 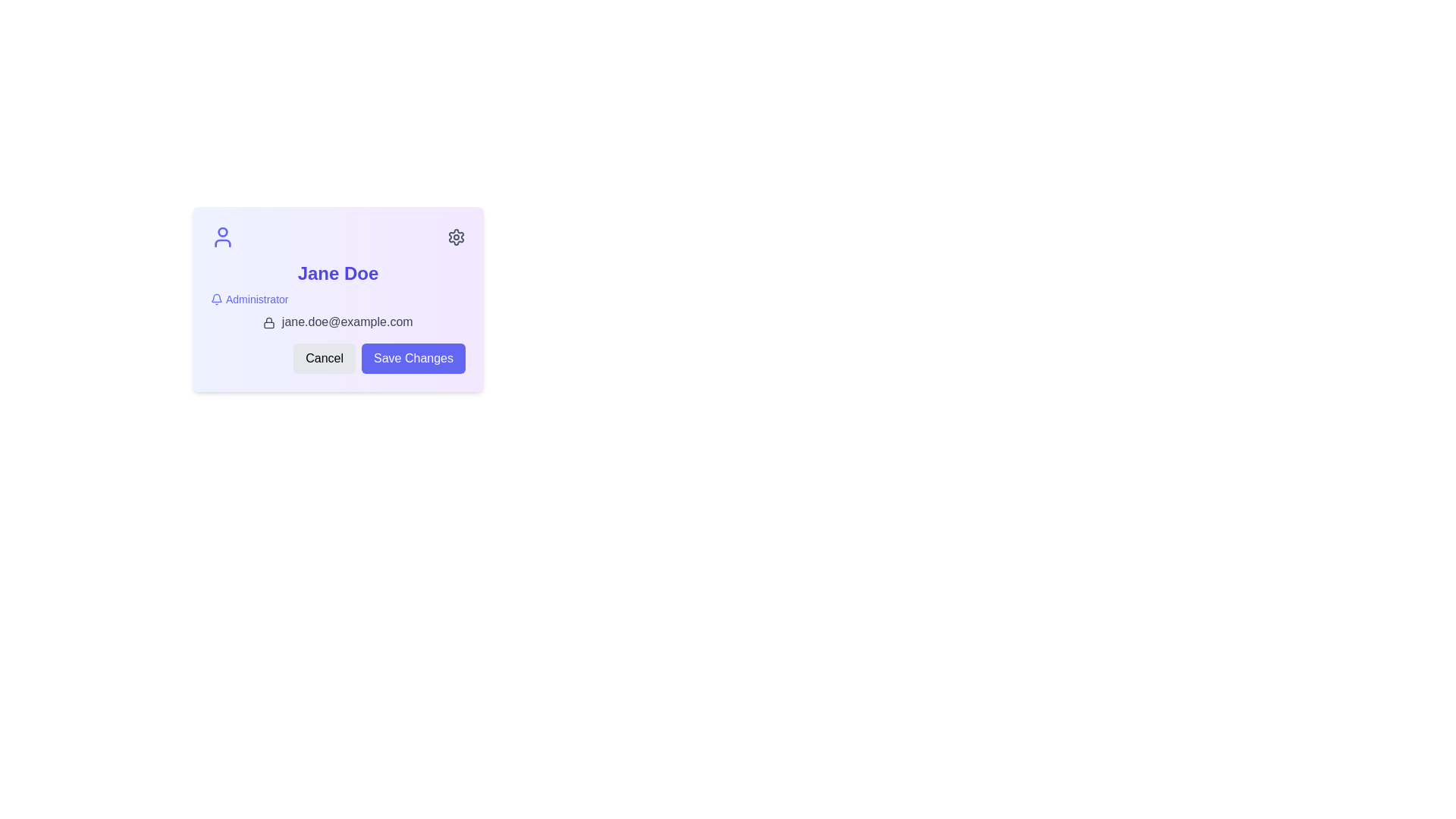 I want to click on the 'Cancel' button, which is a rectangular button with a gray background and black text located at the bottom right corner of the user information card, so click(x=337, y=359).